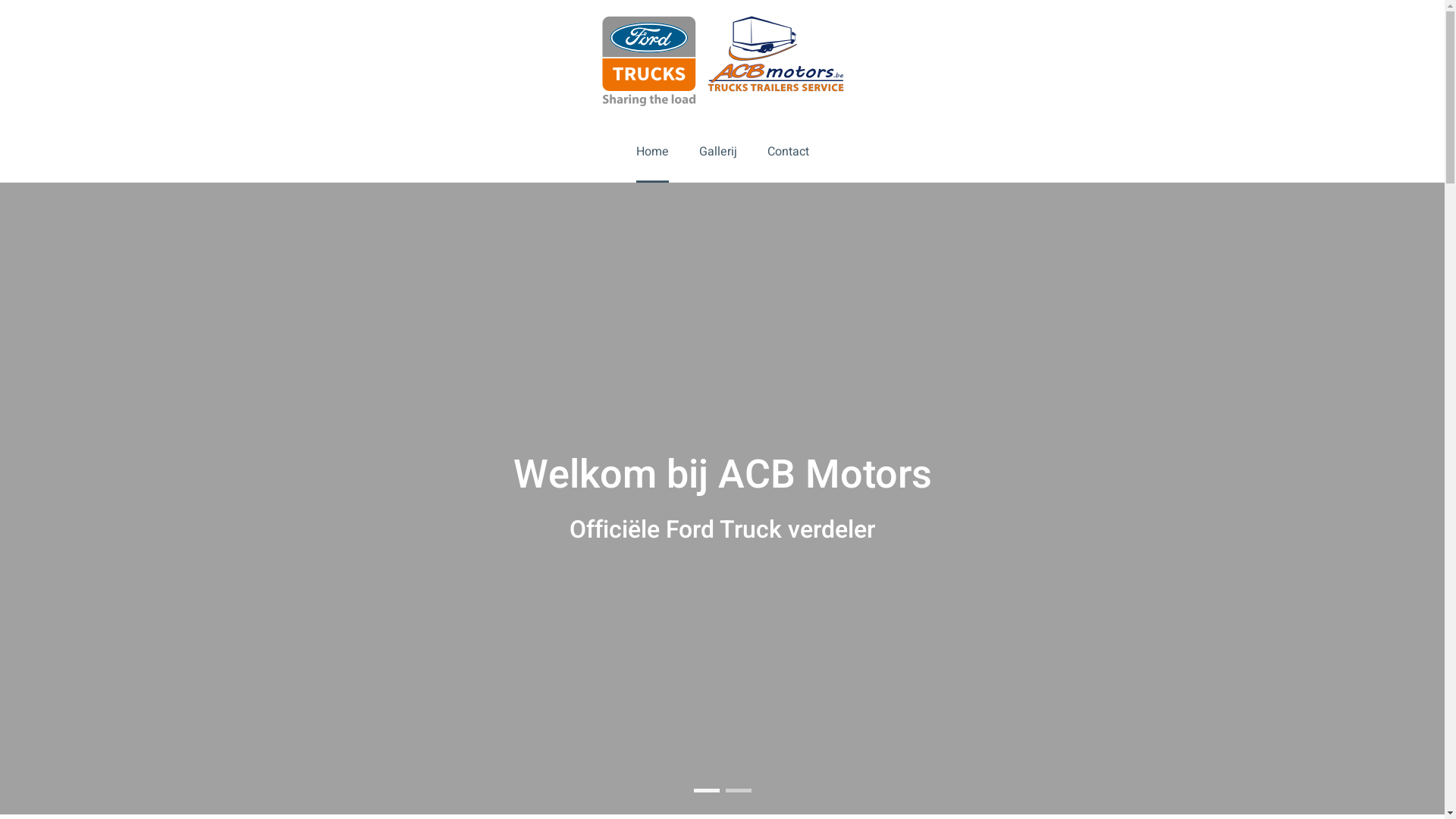  What do you see at coordinates (738, 789) in the screenshot?
I see `'The new big` at bounding box center [738, 789].